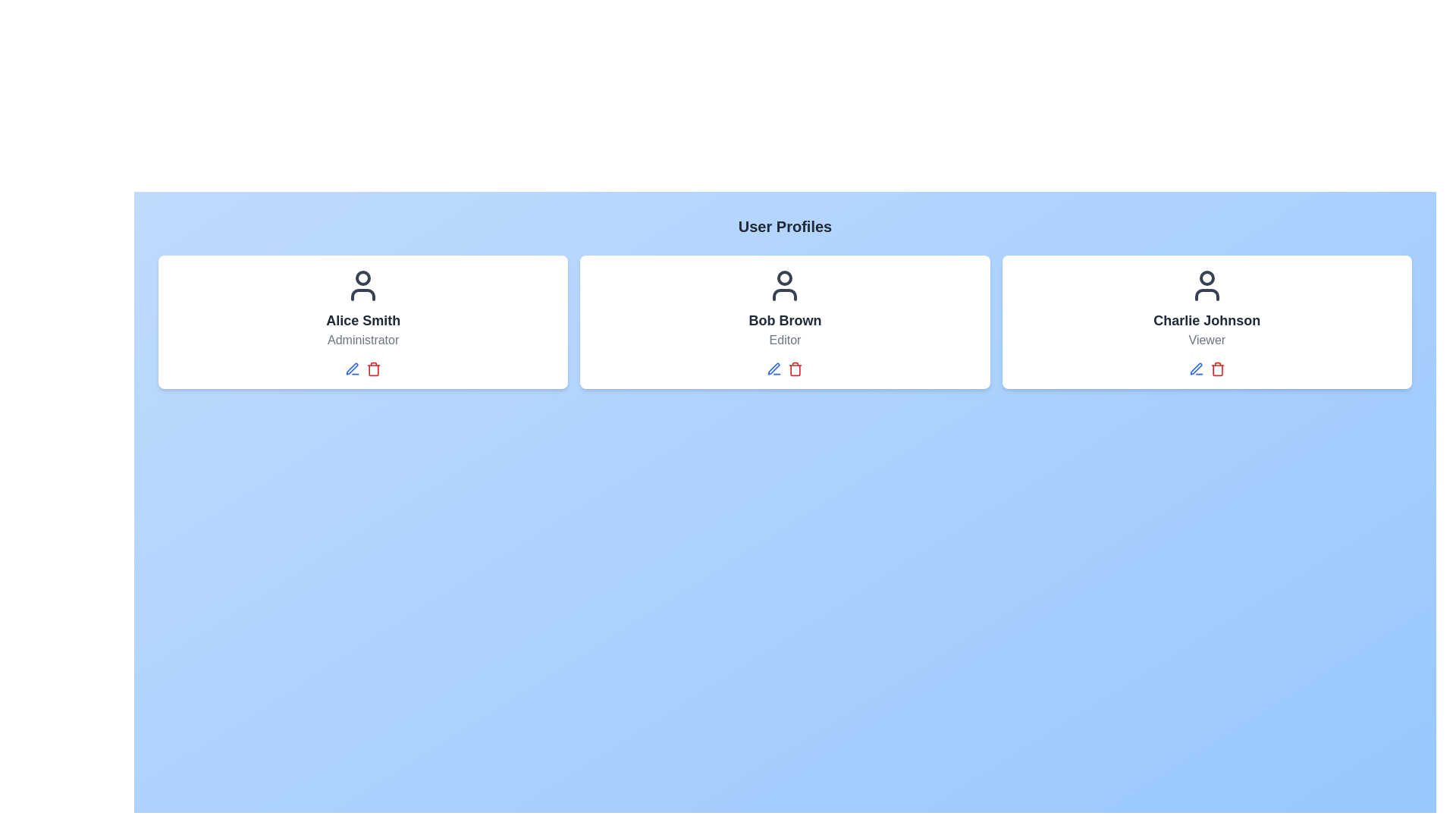  I want to click on the stylized pen icon located at the bottom-left corner of the 'Charlie Johnson' user card, so click(1195, 369).